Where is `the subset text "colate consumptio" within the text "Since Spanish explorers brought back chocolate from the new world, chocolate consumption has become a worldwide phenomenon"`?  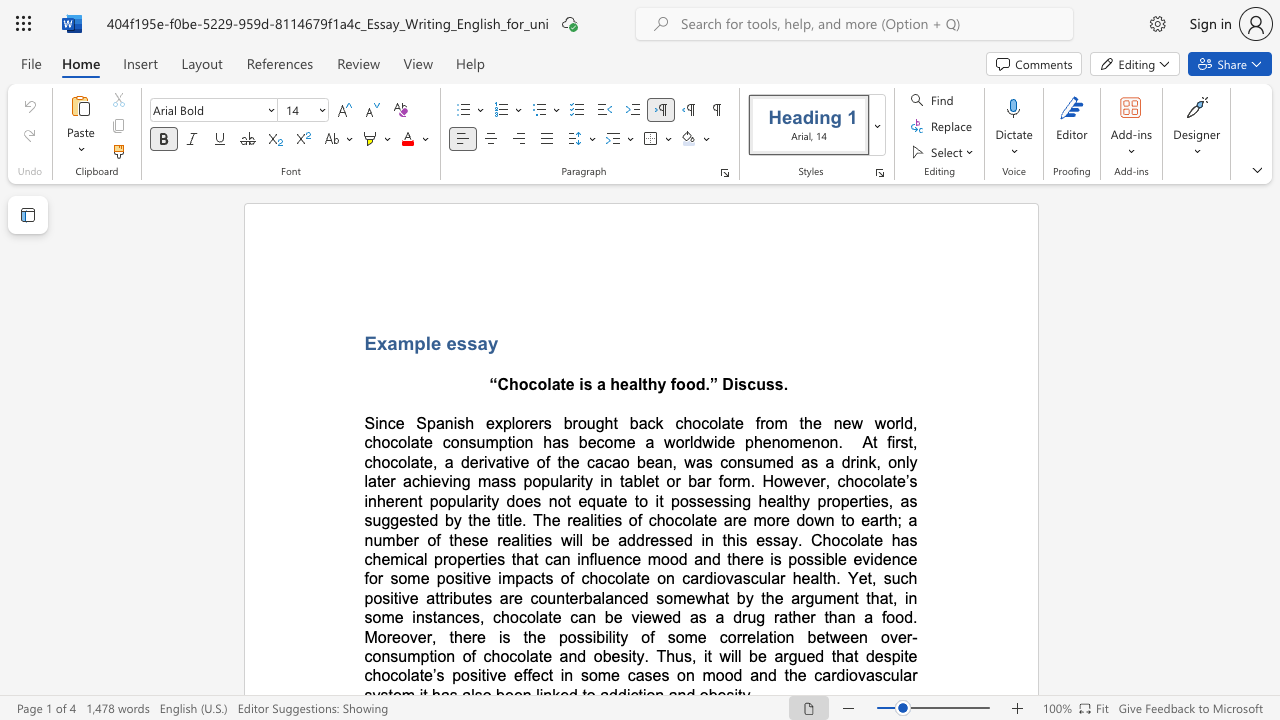
the subset text "colate consumptio" within the text "Since Spanish explorers brought back chocolate from the new world, chocolate consumption has become a worldwide phenomenon" is located at coordinates (390, 441).